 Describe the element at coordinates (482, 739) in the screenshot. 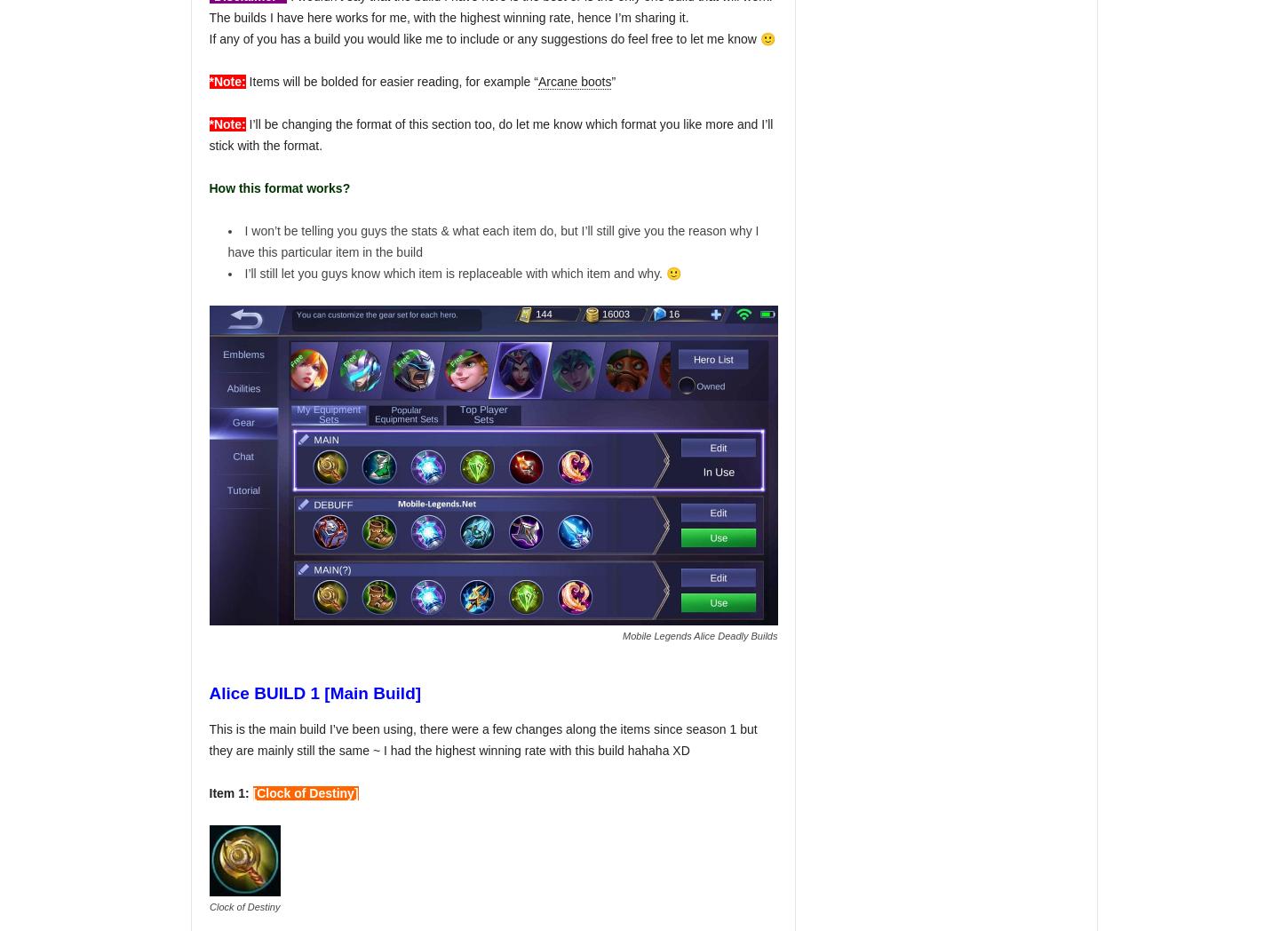

I see `'This is the main build I’ve been using, there were a few changes along the items since season 1 but they are mainly still the same ~ I had the highest winning rate with this build hahaha XD'` at that location.